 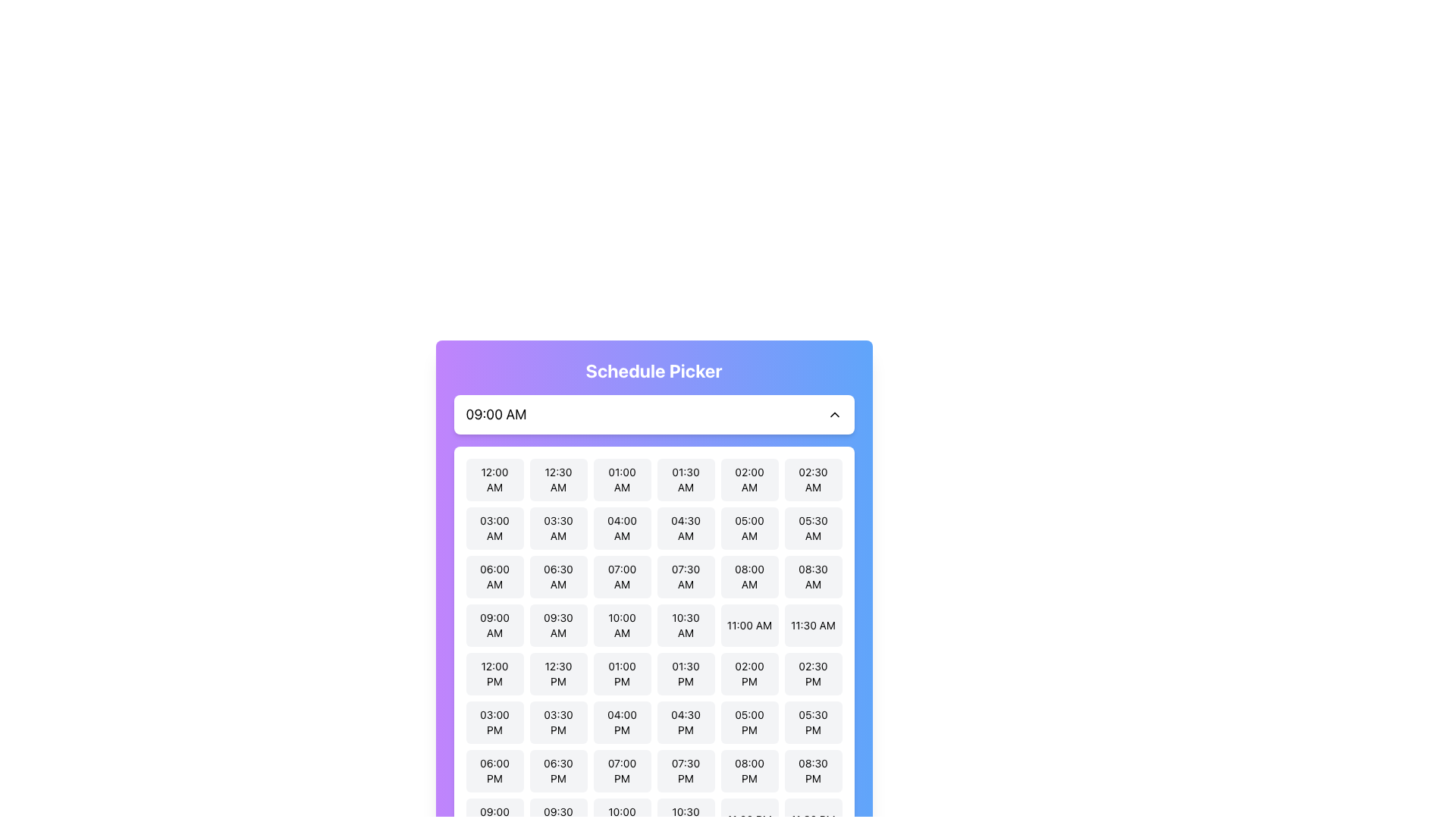 I want to click on the rounded rectangular button labeled '04:00 PM', so click(x=622, y=721).